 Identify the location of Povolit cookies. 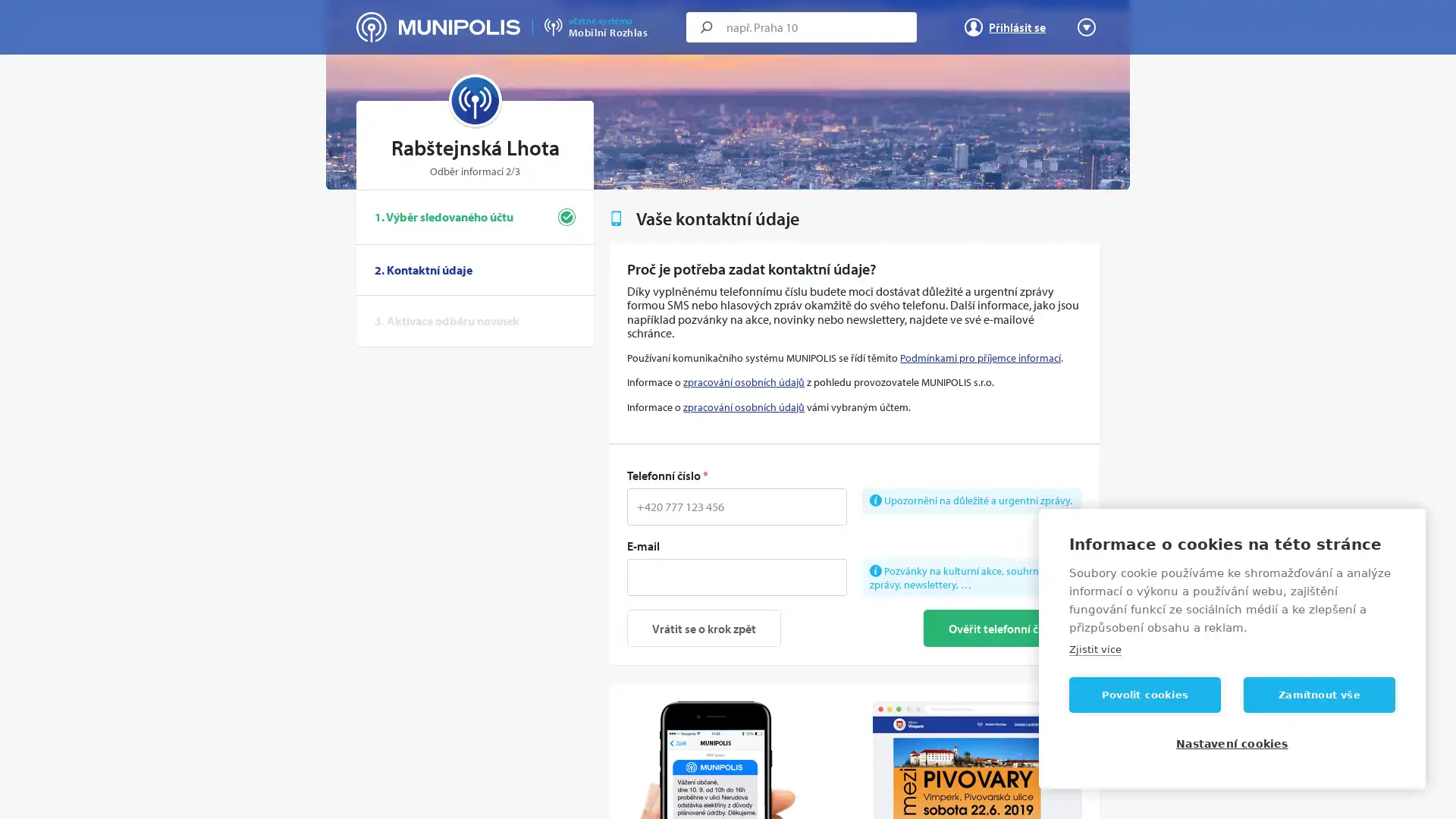
(1145, 695).